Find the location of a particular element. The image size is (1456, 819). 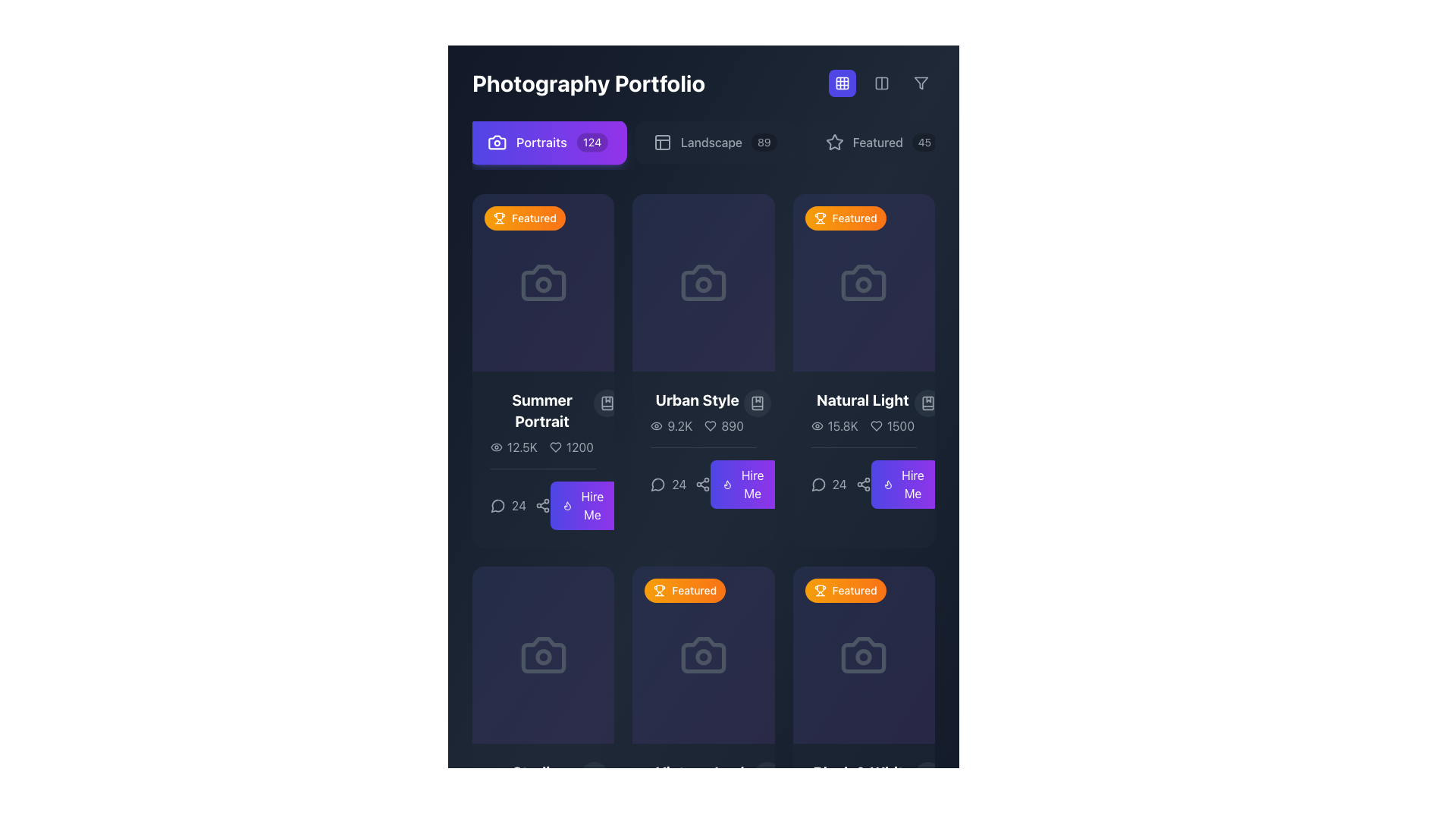

the flame icon, which is a thin-lined white icon on a purple background located within the 'Hire Me' button of the second card in the second row of the grid layout, corresponding to the 'Urban Style' section is located at coordinates (728, 485).